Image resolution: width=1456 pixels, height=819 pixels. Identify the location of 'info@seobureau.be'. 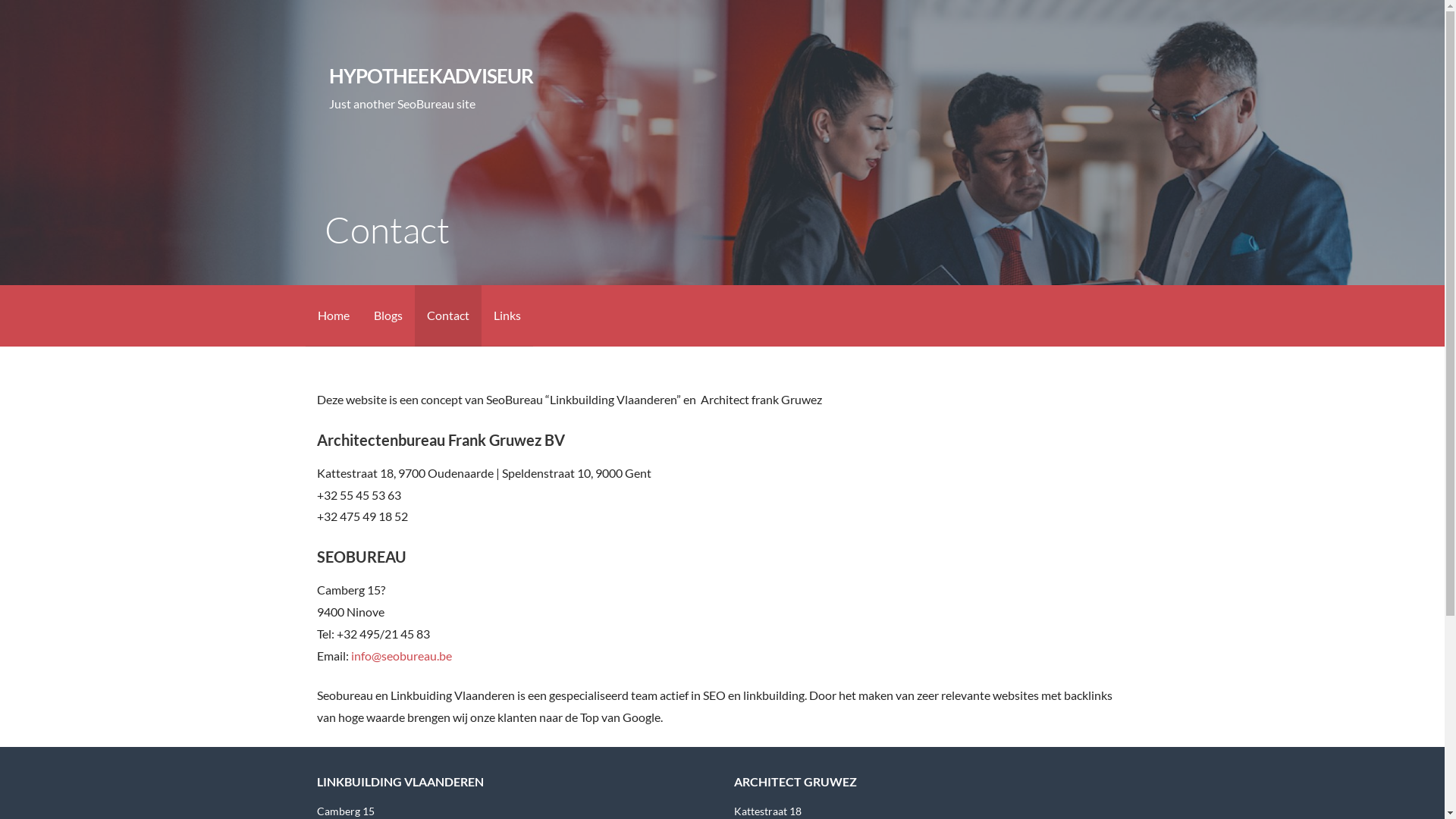
(401, 654).